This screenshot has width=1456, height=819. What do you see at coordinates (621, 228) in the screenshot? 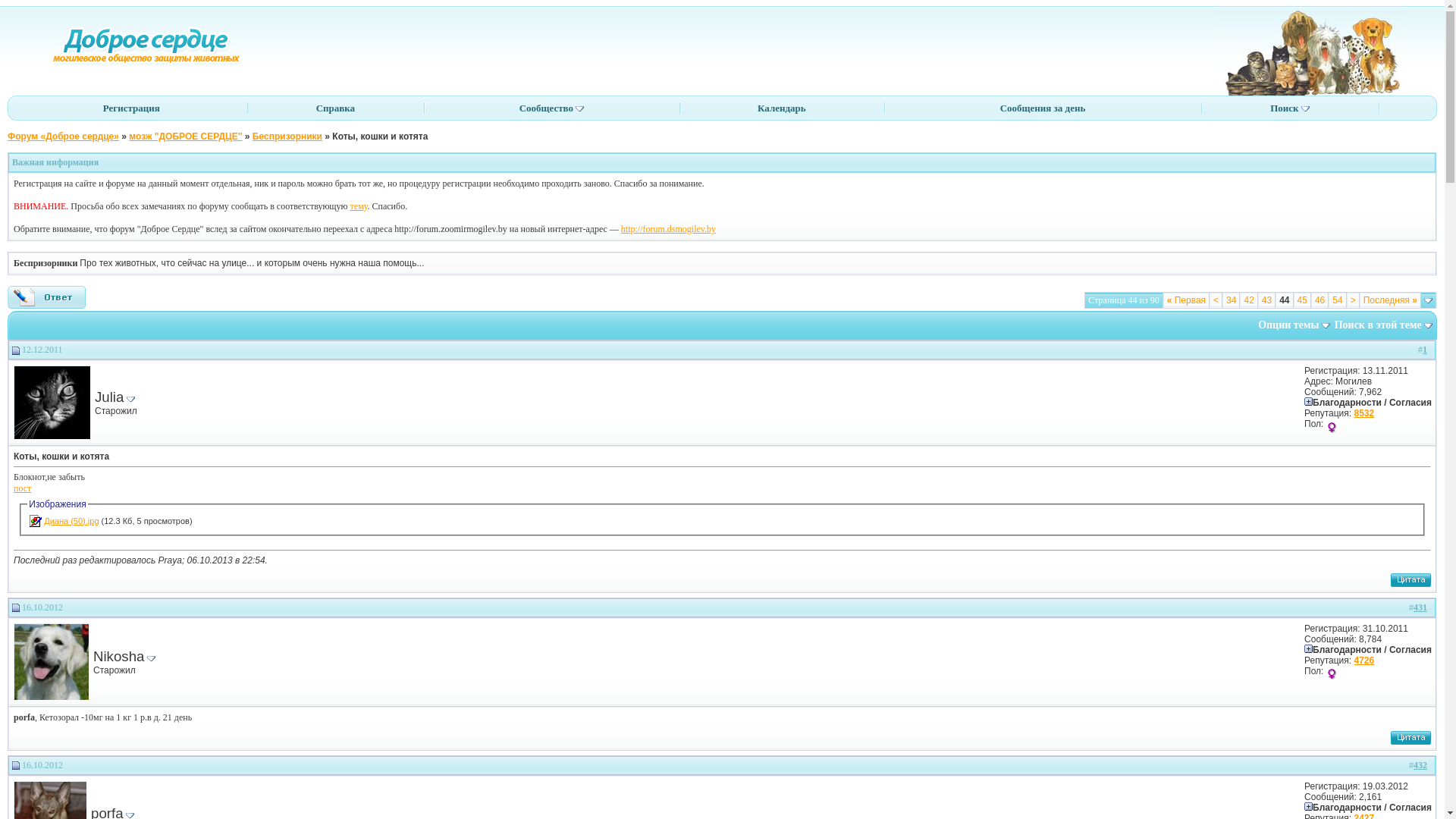
I see `'http://forum.dsmogilev.by'` at bounding box center [621, 228].